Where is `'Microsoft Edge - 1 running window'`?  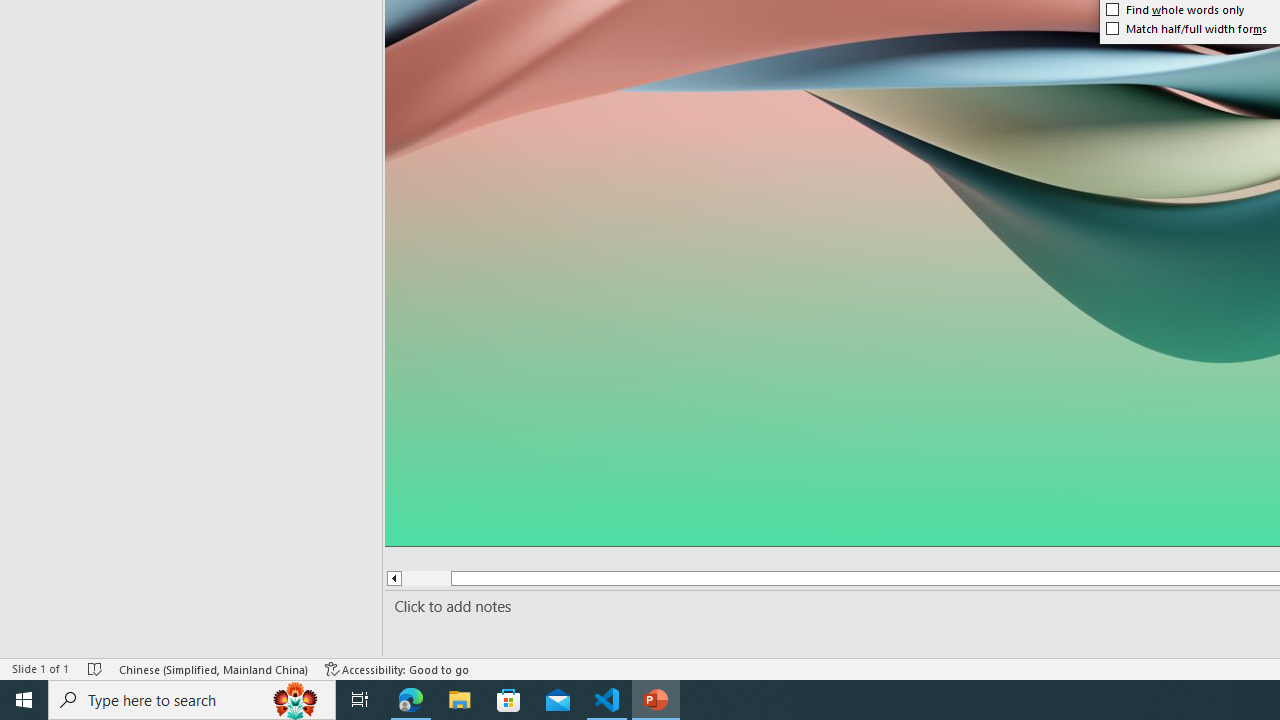
'Microsoft Edge - 1 running window' is located at coordinates (410, 698).